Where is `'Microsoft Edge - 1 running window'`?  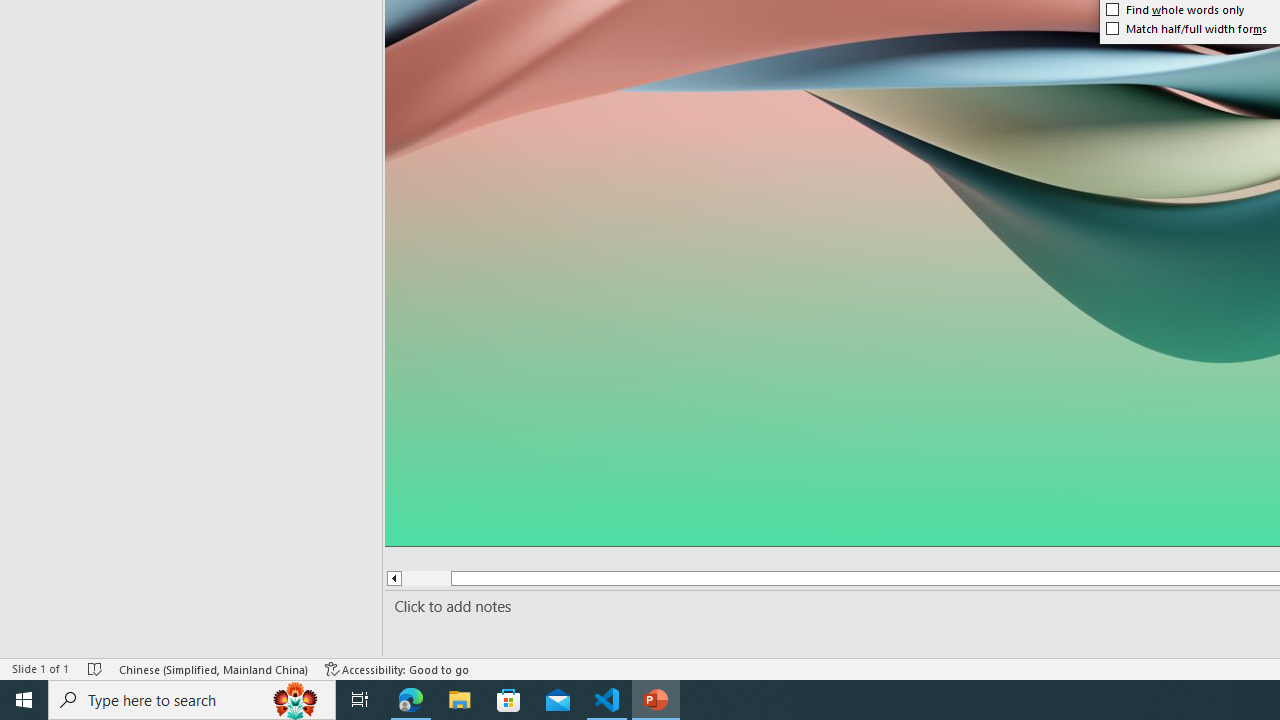
'Microsoft Edge - 1 running window' is located at coordinates (410, 698).